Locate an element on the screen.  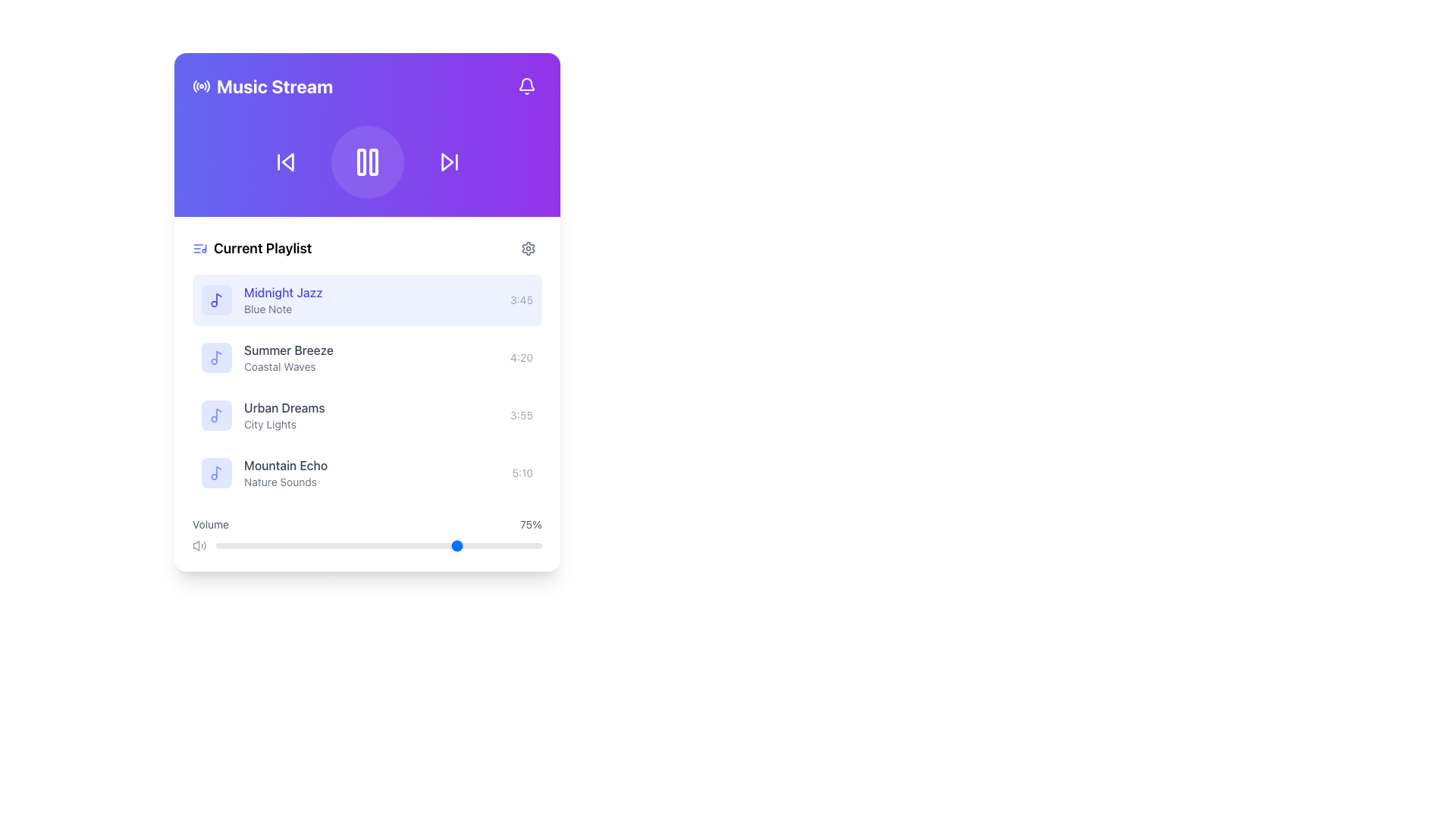
the indigo musical note icon in the 'Current Playlist' section, associated with the song 'Urban Dreams' is located at coordinates (216, 415).